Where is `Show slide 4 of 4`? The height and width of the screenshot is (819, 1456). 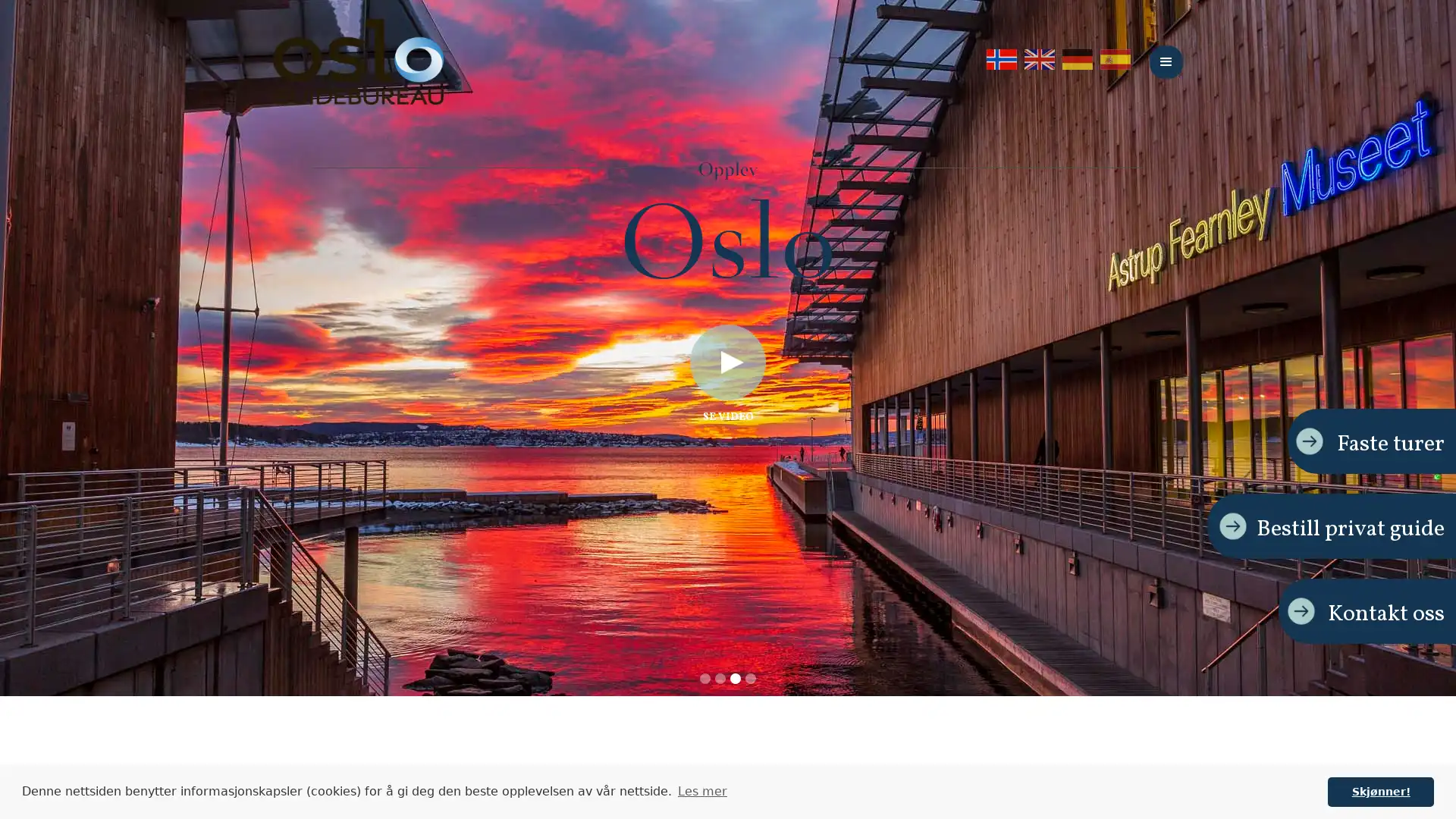
Show slide 4 of 4 is located at coordinates (750, 677).